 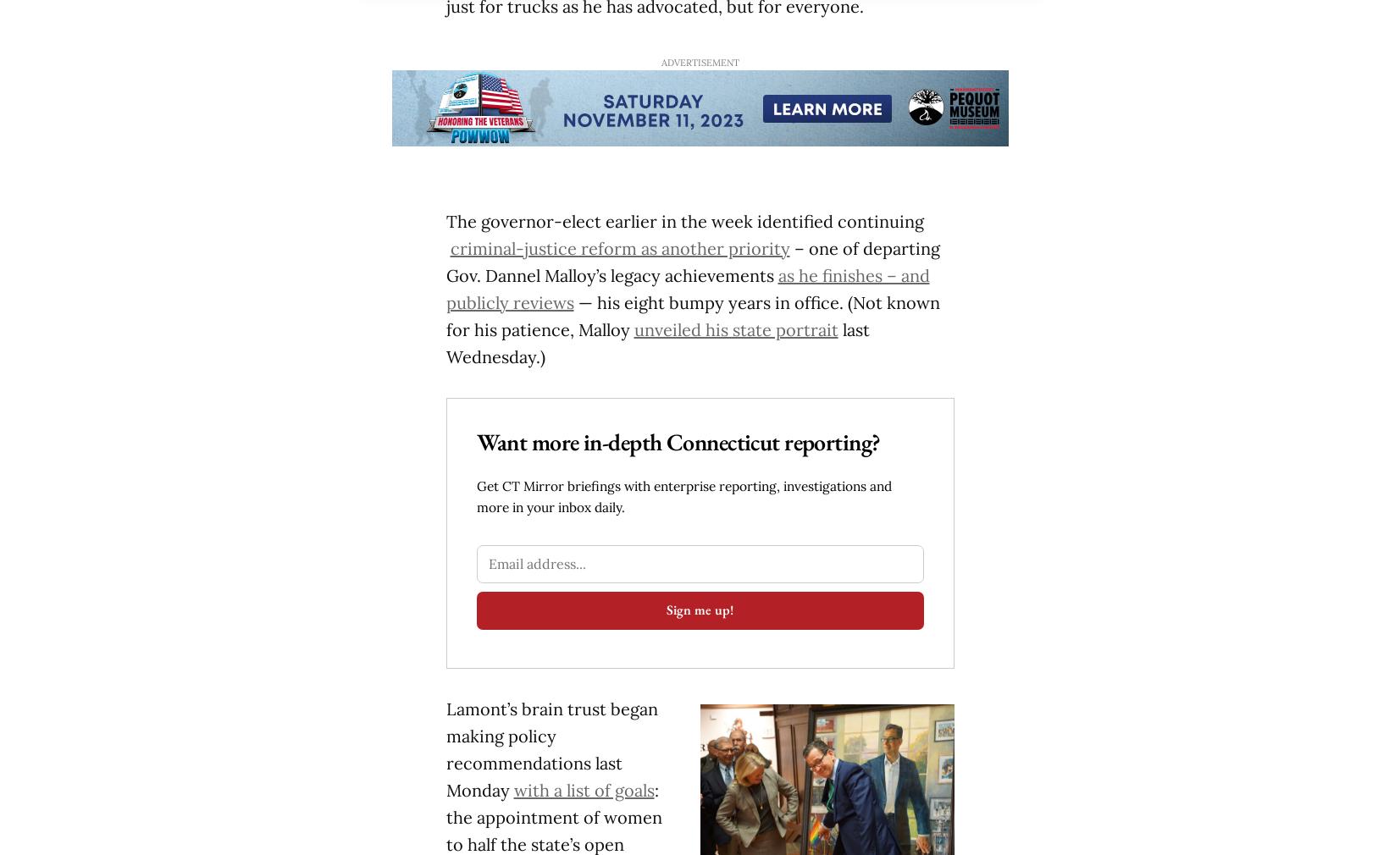 What do you see at coordinates (444, 289) in the screenshot?
I see `'as he finishes – and publicly reviews'` at bounding box center [444, 289].